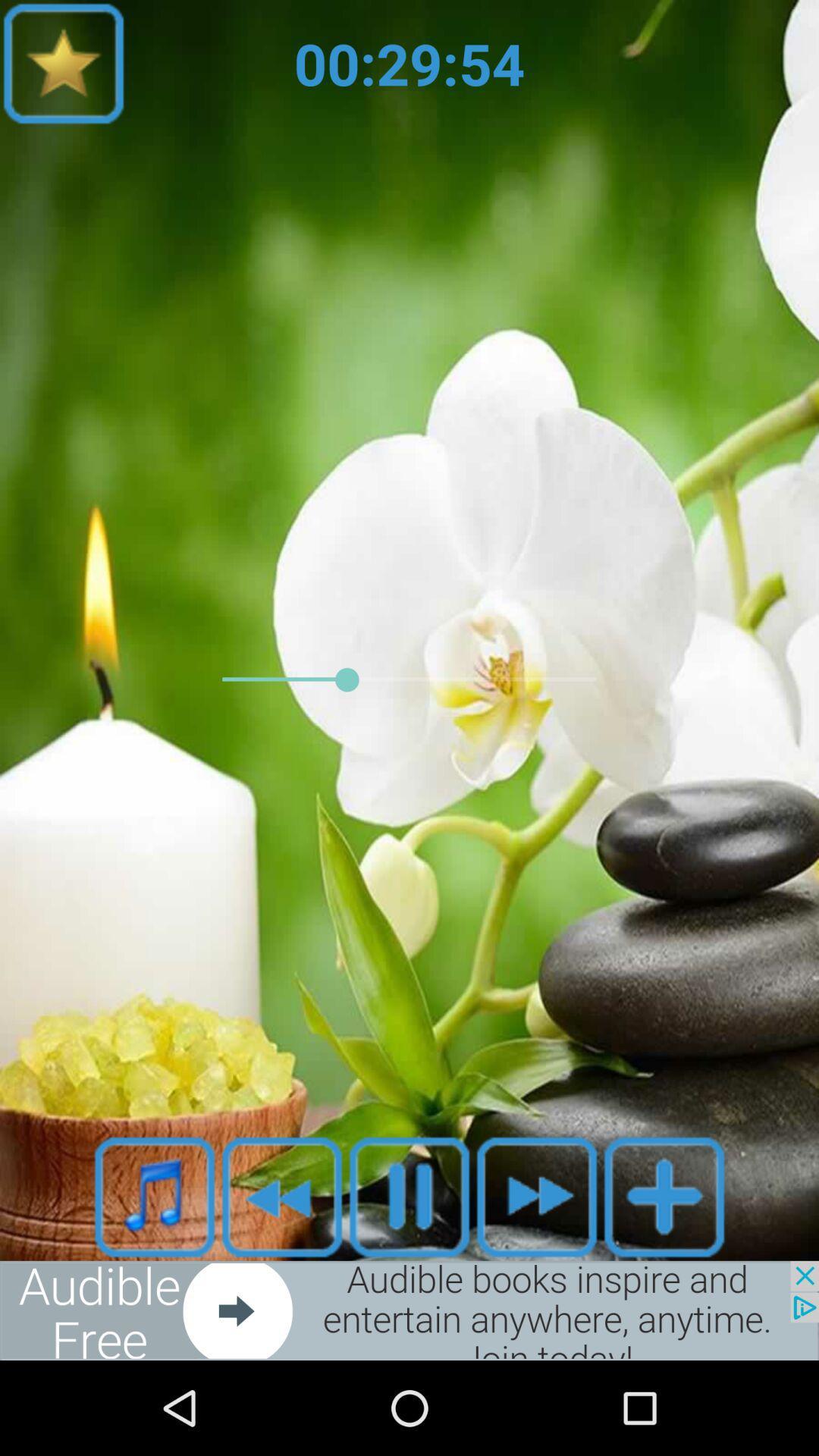  I want to click on pause, so click(409, 1196).